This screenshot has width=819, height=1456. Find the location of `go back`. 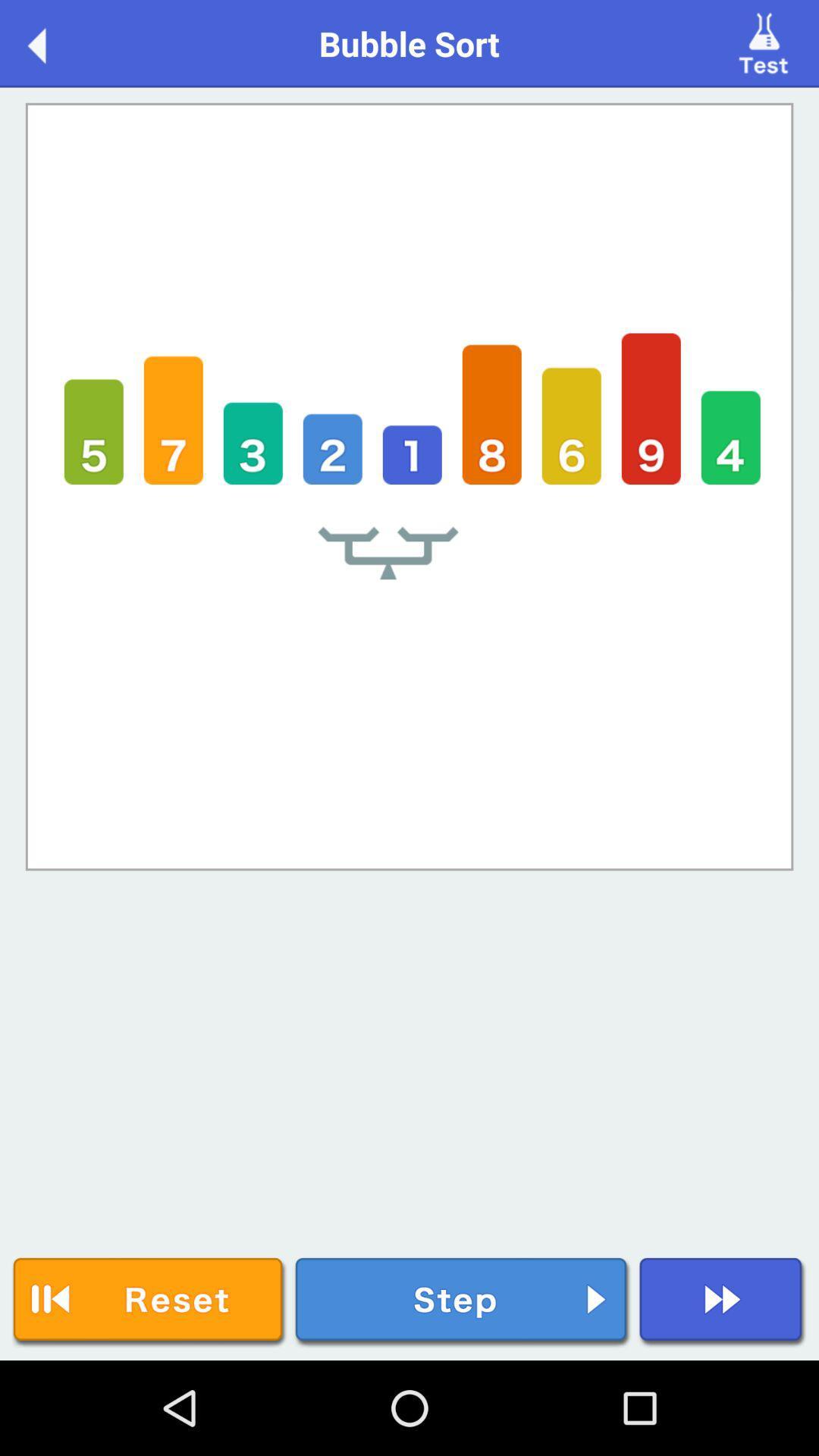

go back is located at coordinates (52, 42).